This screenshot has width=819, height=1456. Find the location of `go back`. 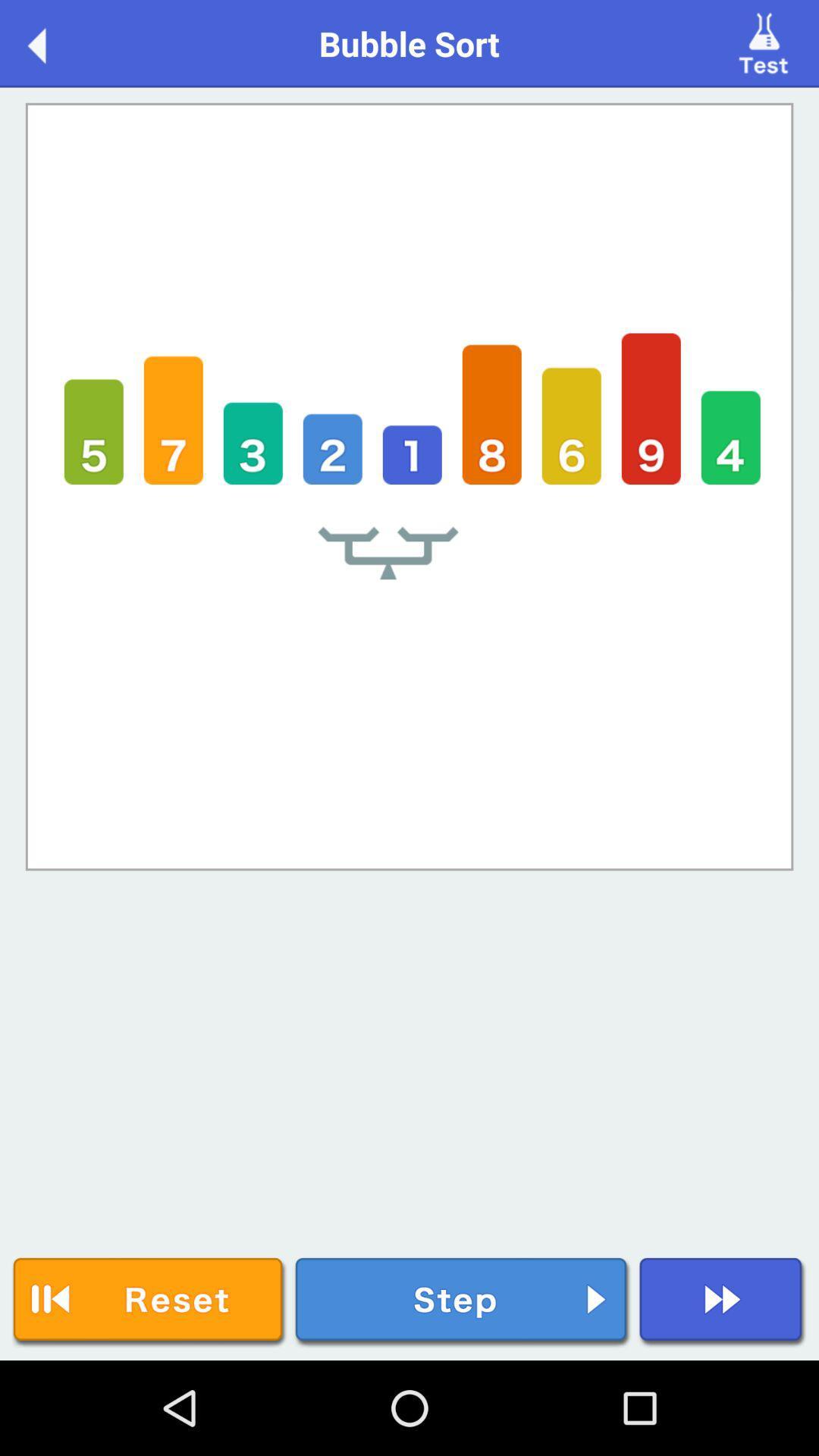

go back is located at coordinates (52, 42).